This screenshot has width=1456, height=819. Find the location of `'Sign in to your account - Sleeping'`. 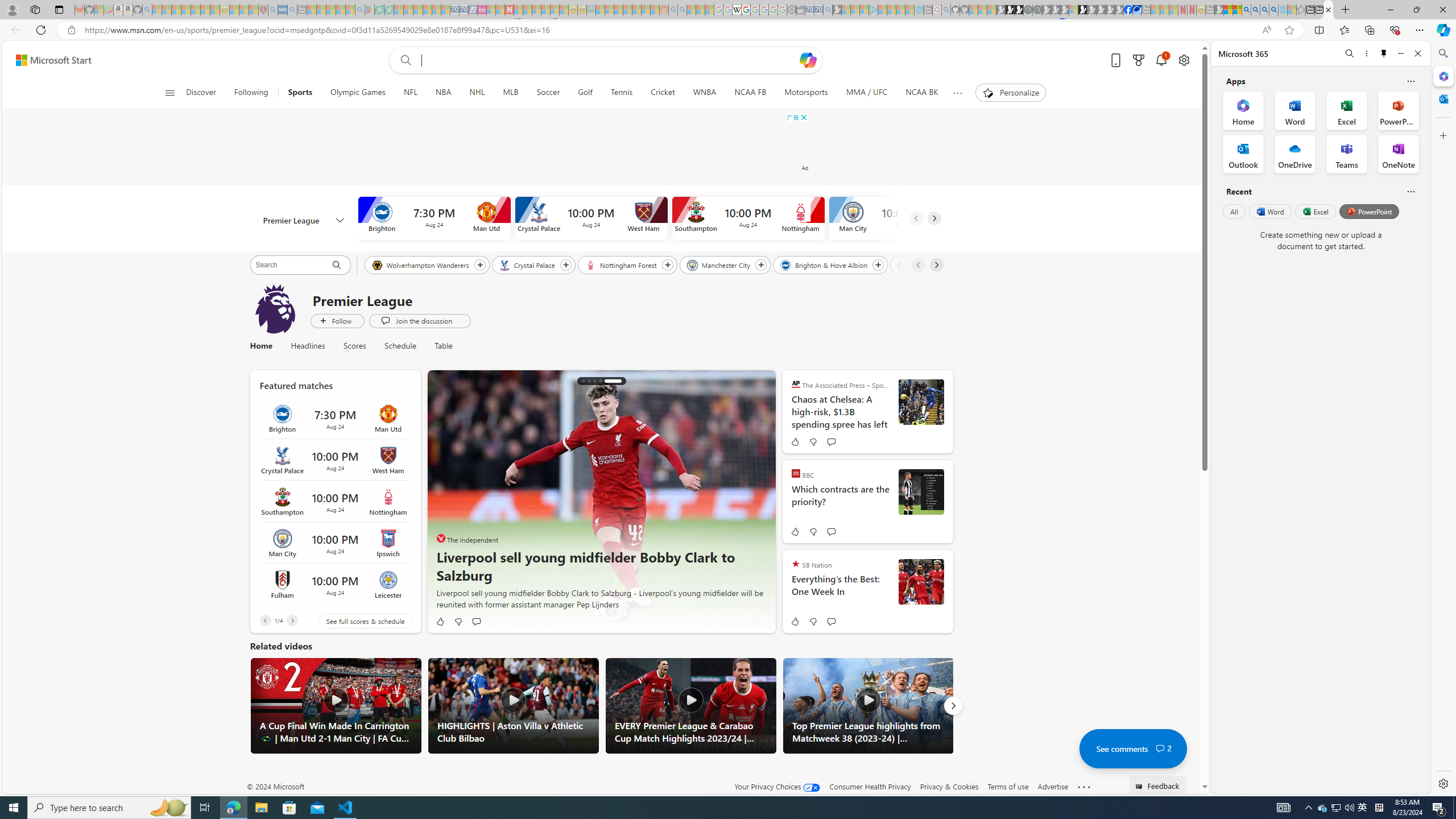

'Sign in to your account - Sleeping' is located at coordinates (1073, 9).